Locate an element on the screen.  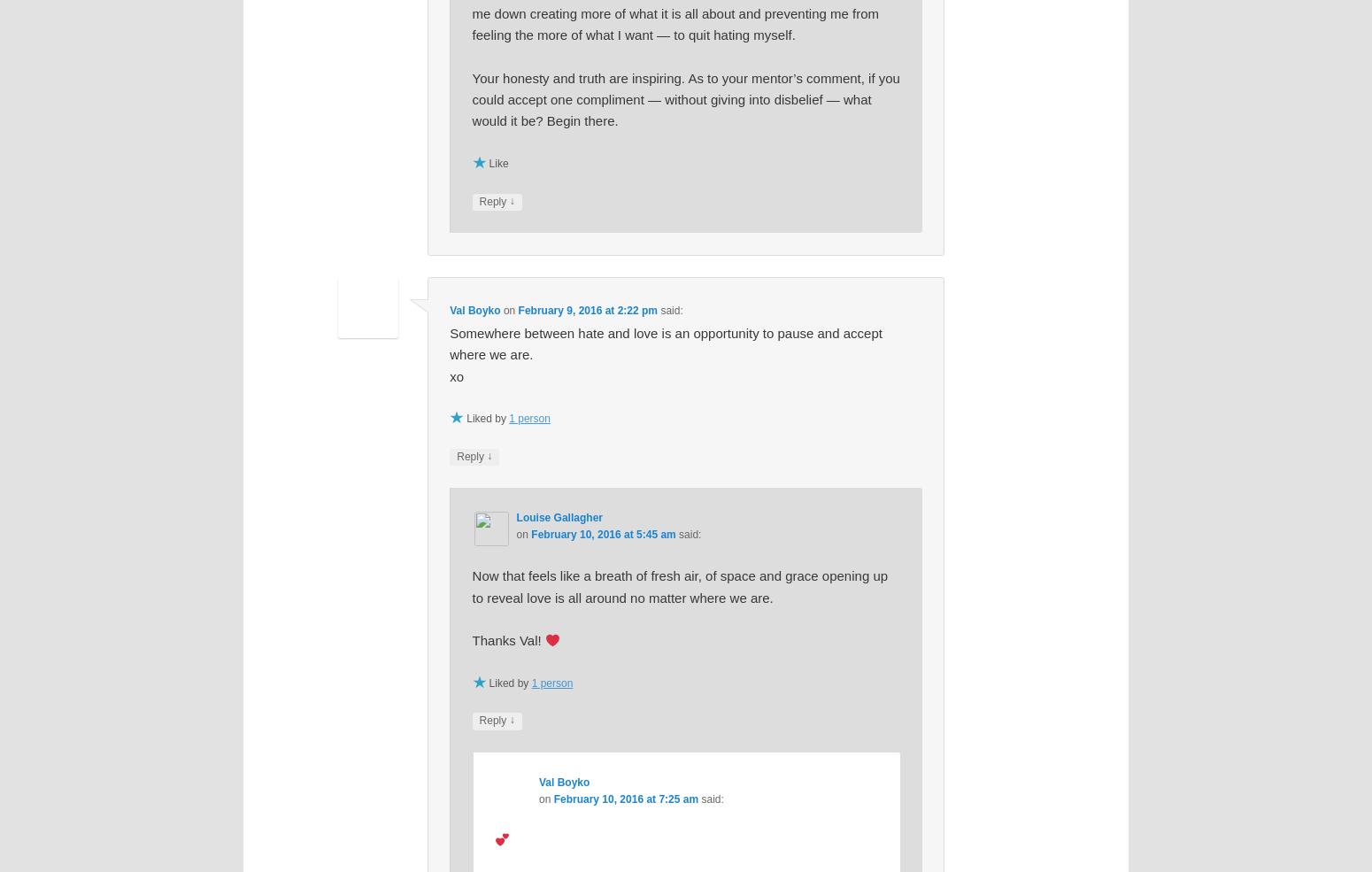
'Thanks Val!' is located at coordinates (471, 640).